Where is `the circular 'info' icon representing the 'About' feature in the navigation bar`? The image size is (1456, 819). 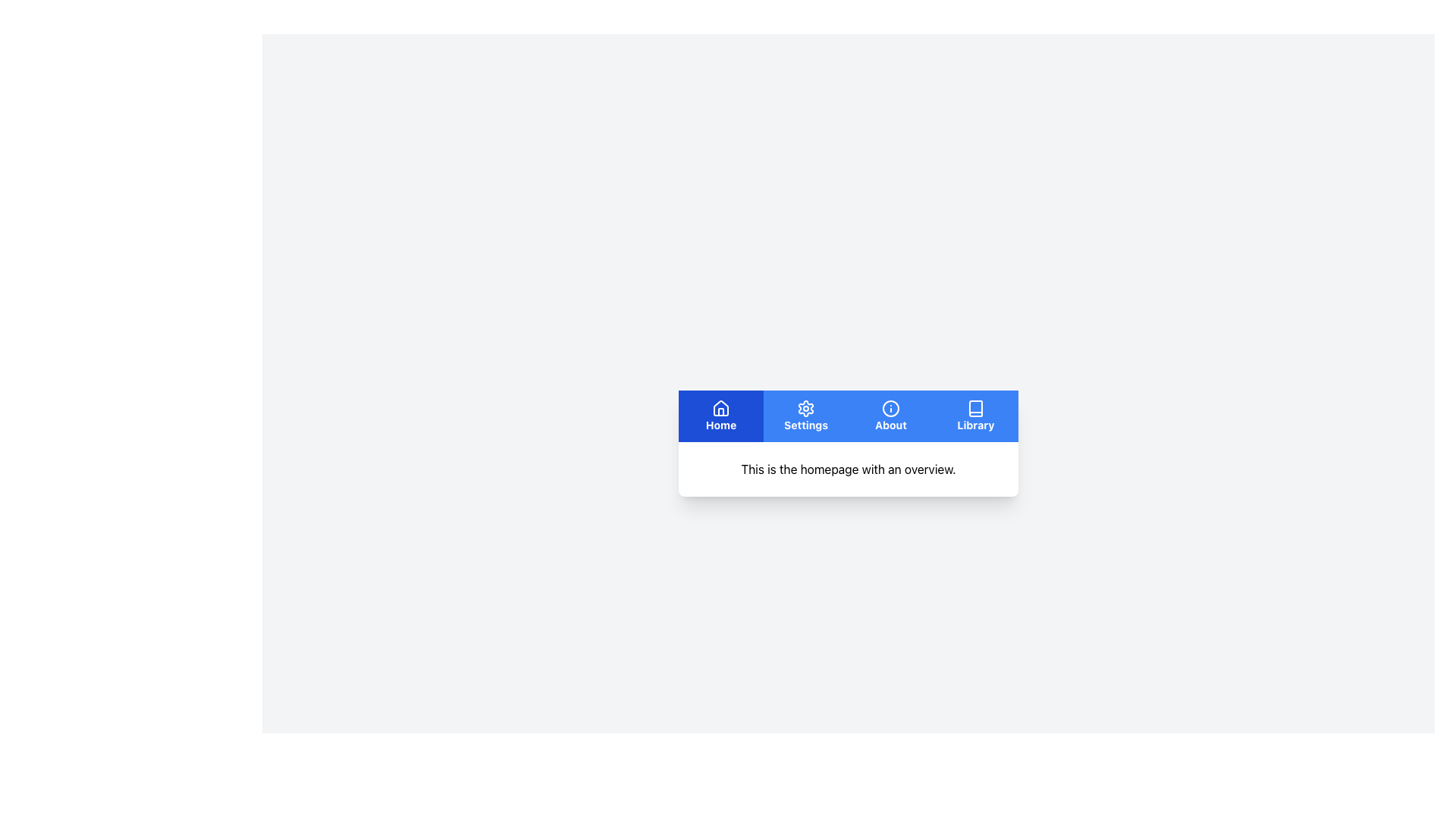
the circular 'info' icon representing the 'About' feature in the navigation bar is located at coordinates (891, 408).